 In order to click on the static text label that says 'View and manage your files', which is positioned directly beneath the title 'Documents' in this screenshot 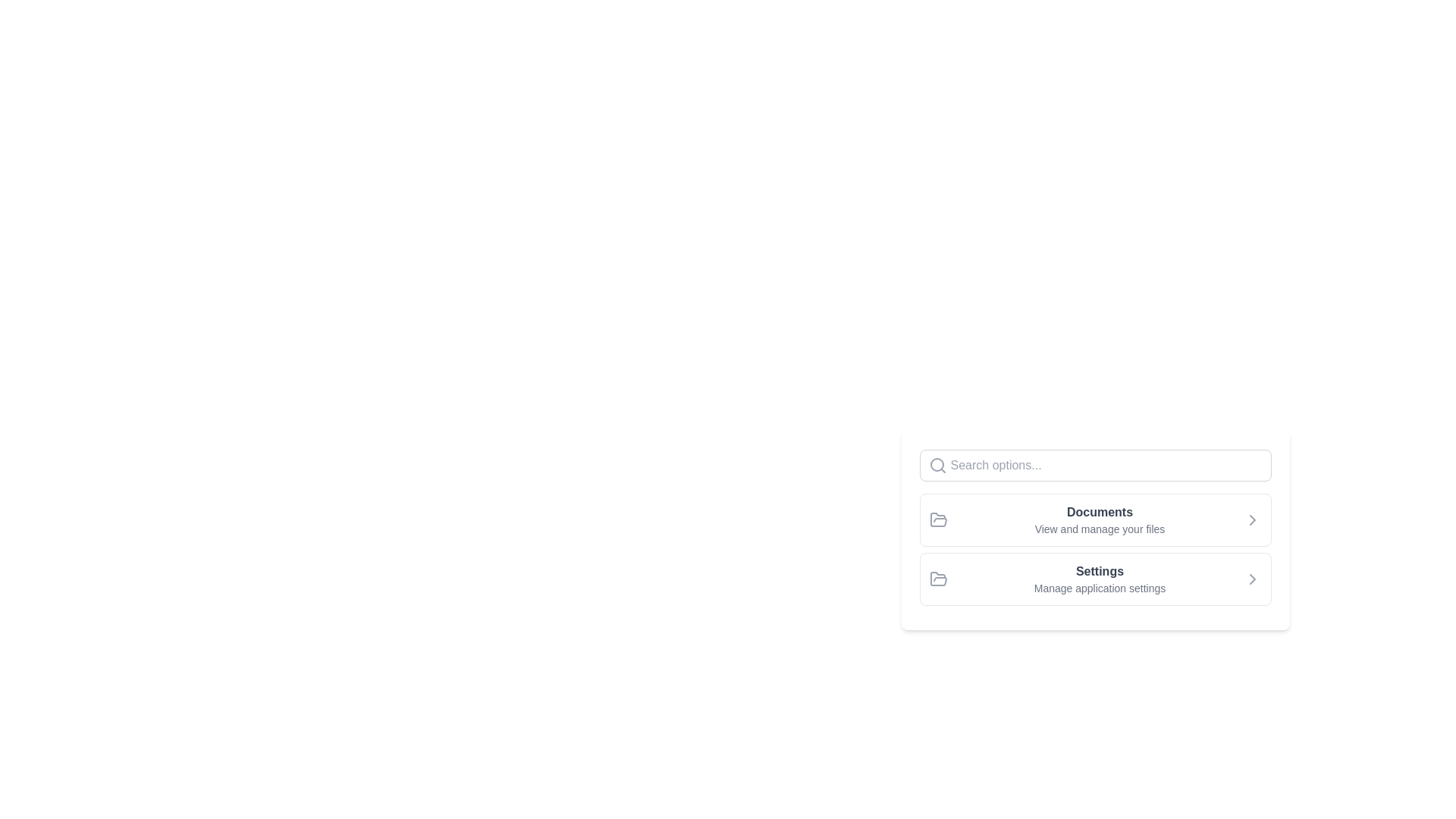, I will do `click(1100, 529)`.